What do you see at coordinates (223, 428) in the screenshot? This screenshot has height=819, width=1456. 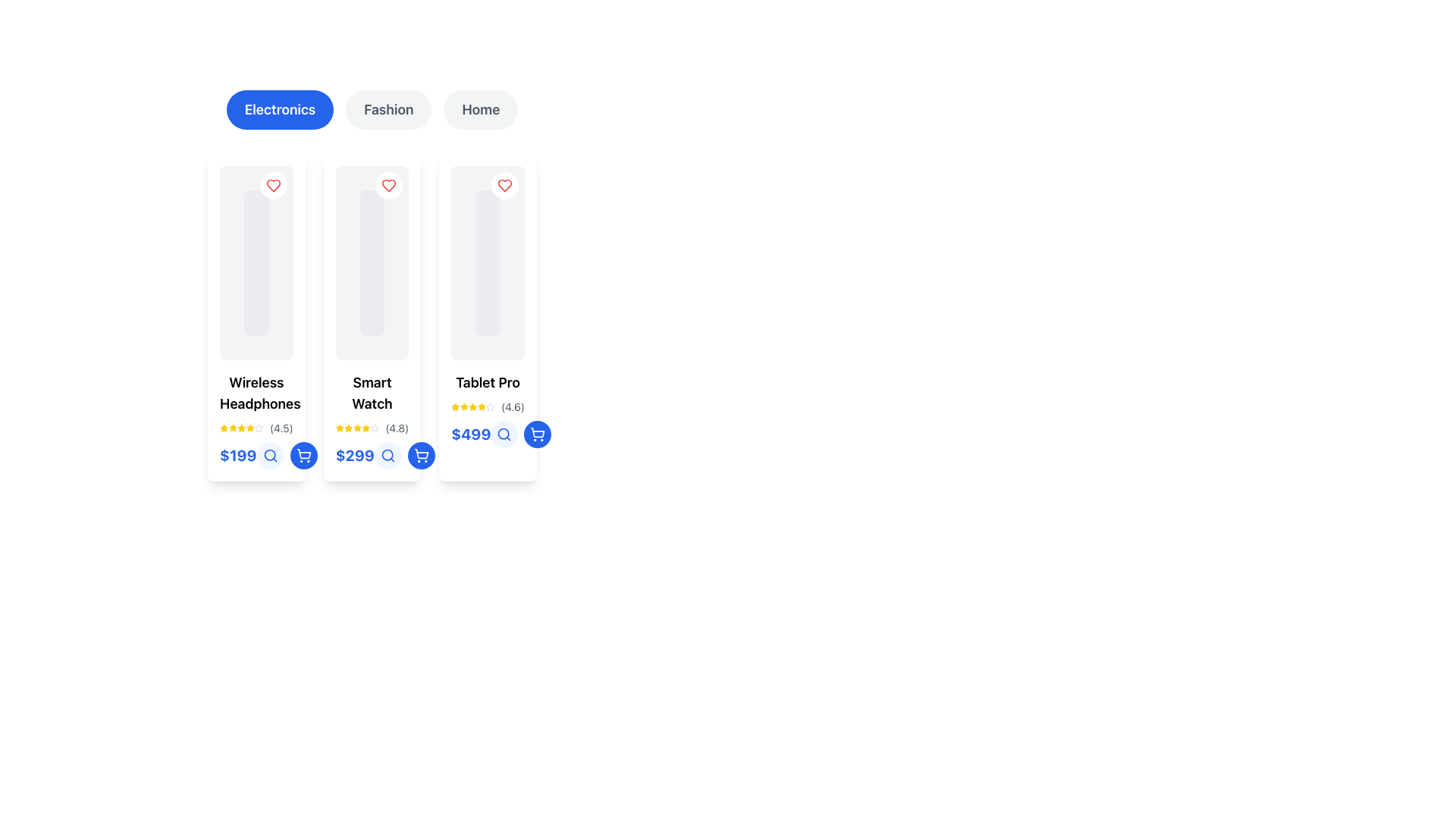 I see `the first star icon representing the rating for the 'Wireless Headphones' product in the rating section below the product listing` at bounding box center [223, 428].